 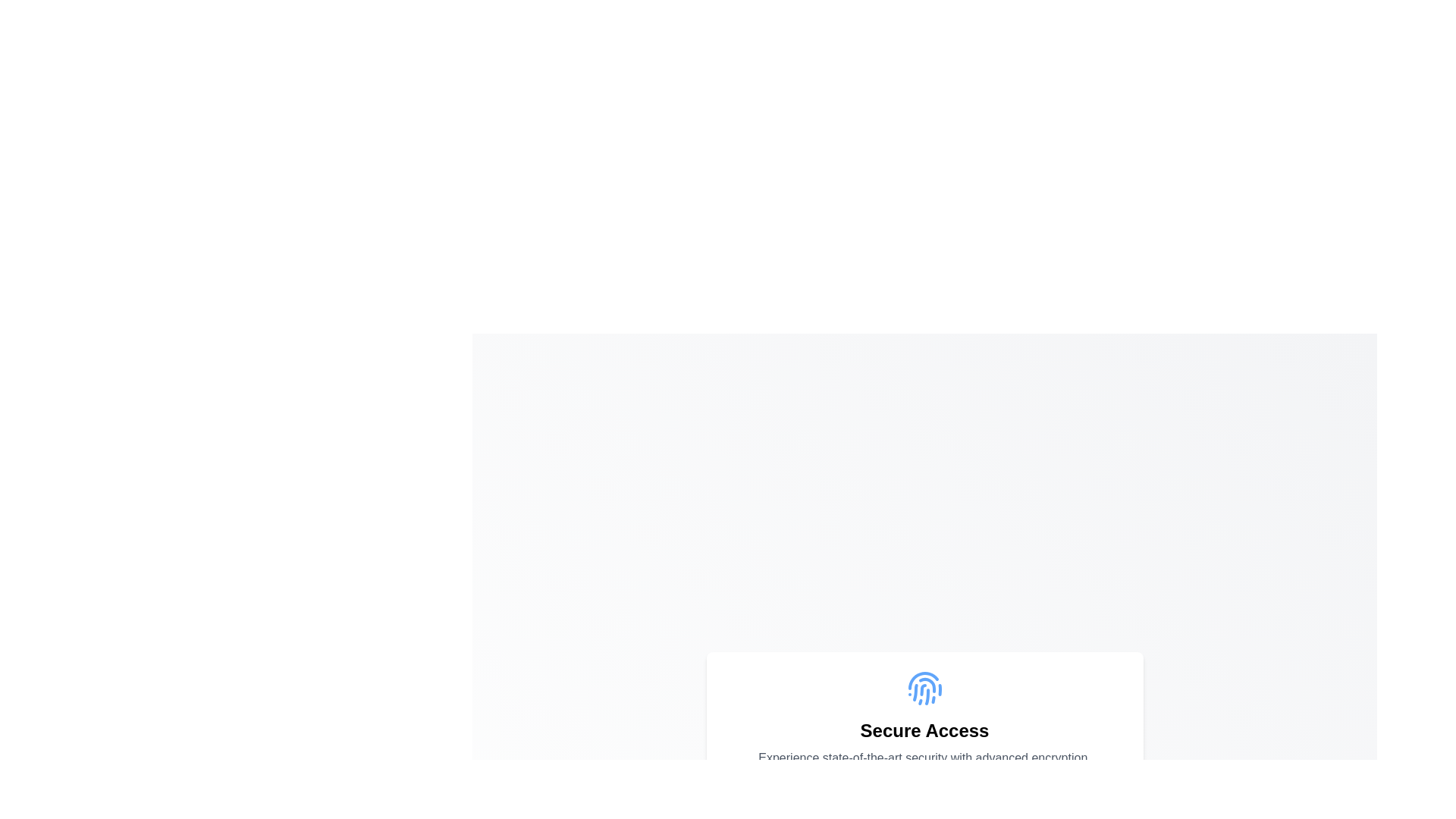 I want to click on header text located below the fingerprint icon, which serves as a heading for secure access, so click(x=924, y=730).